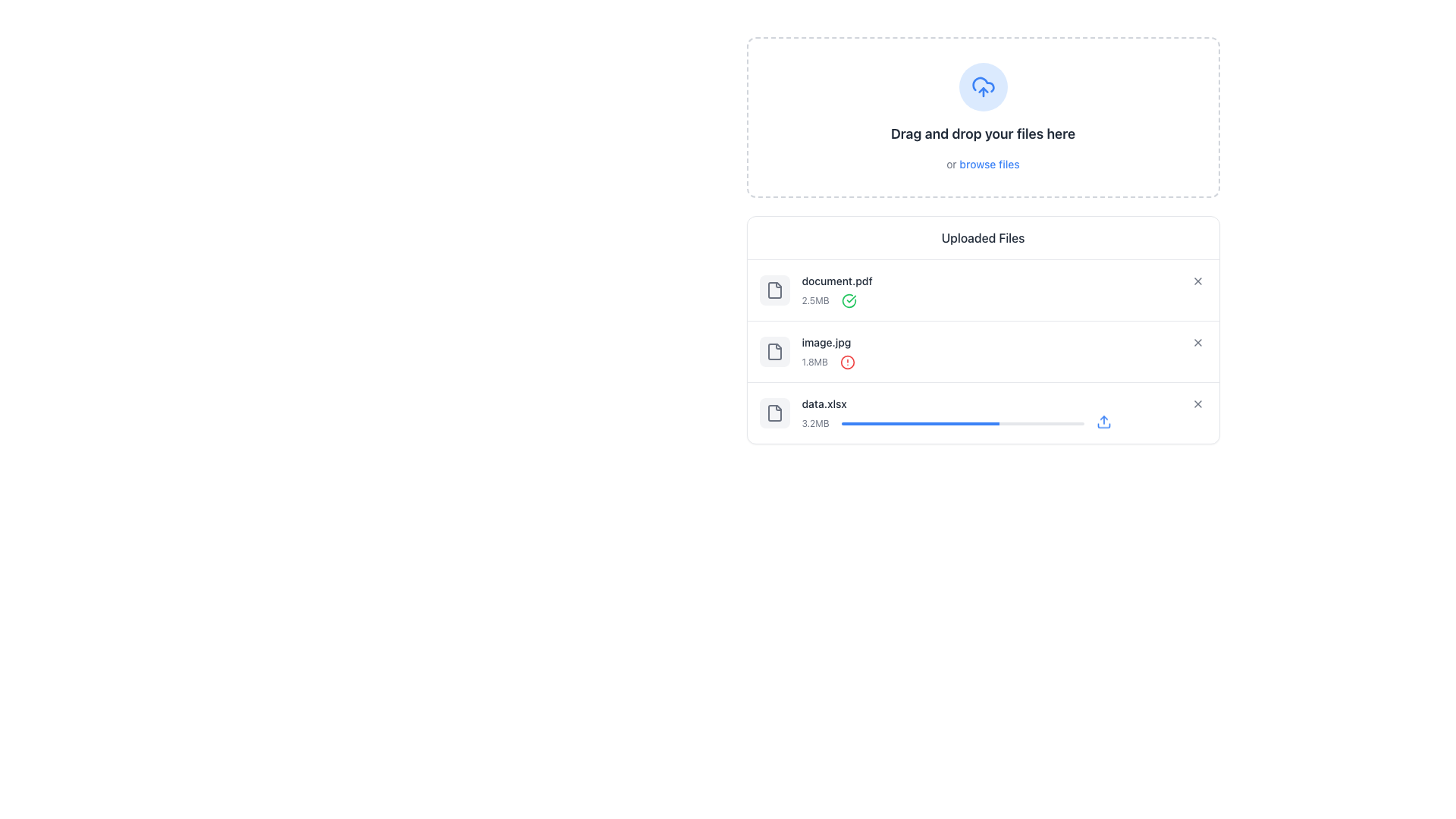 The height and width of the screenshot is (819, 1456). What do you see at coordinates (1103, 421) in the screenshot?
I see `the upward arrow upload icon, which is styled with a blue stroke color and is located at the far right of the row containing the file named 'data.xlsx', next to the progress bar` at bounding box center [1103, 421].